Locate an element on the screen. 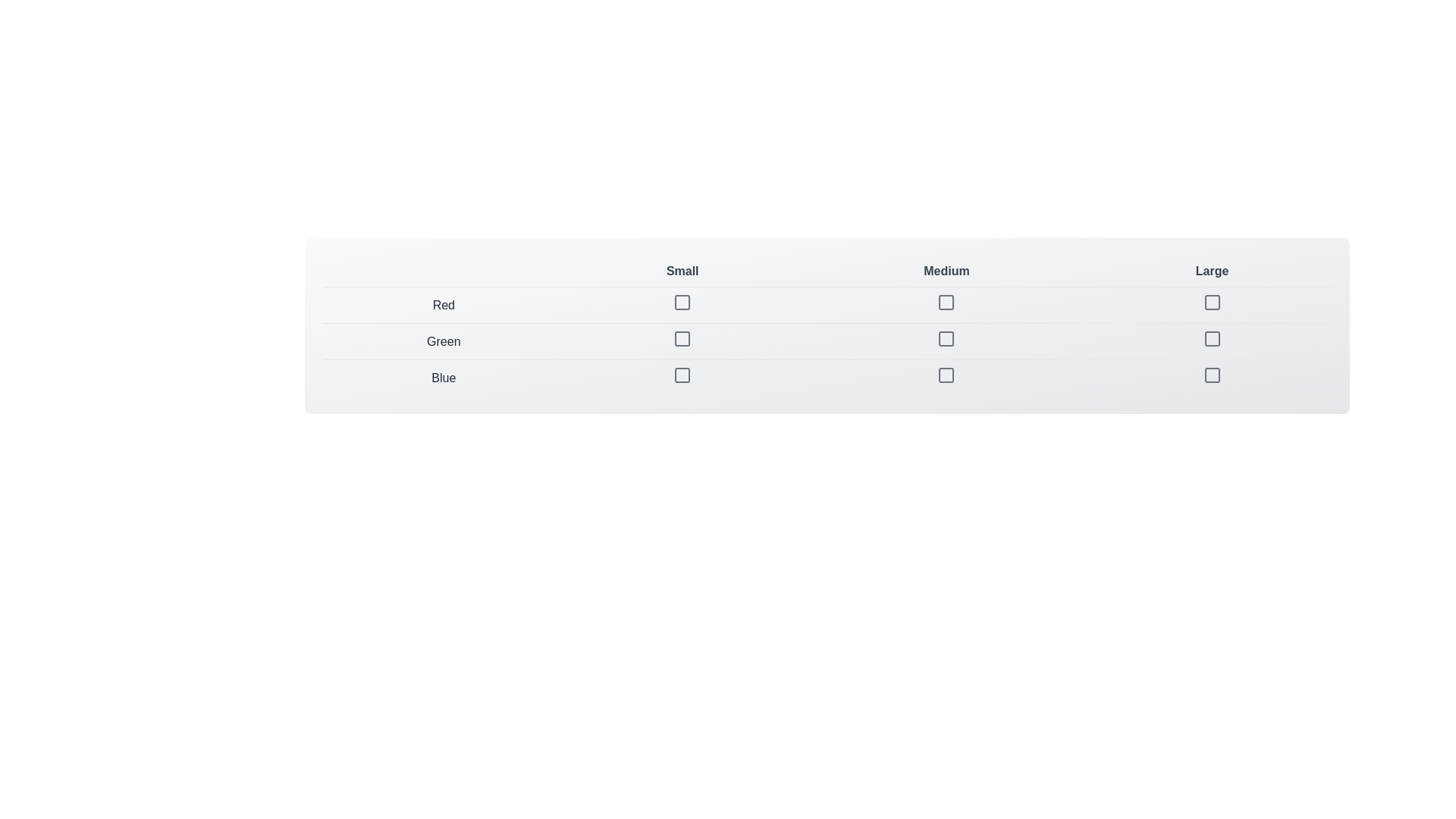  the square-shaped checkbox with rounded corners, styled with a gray border is located at coordinates (1211, 302).